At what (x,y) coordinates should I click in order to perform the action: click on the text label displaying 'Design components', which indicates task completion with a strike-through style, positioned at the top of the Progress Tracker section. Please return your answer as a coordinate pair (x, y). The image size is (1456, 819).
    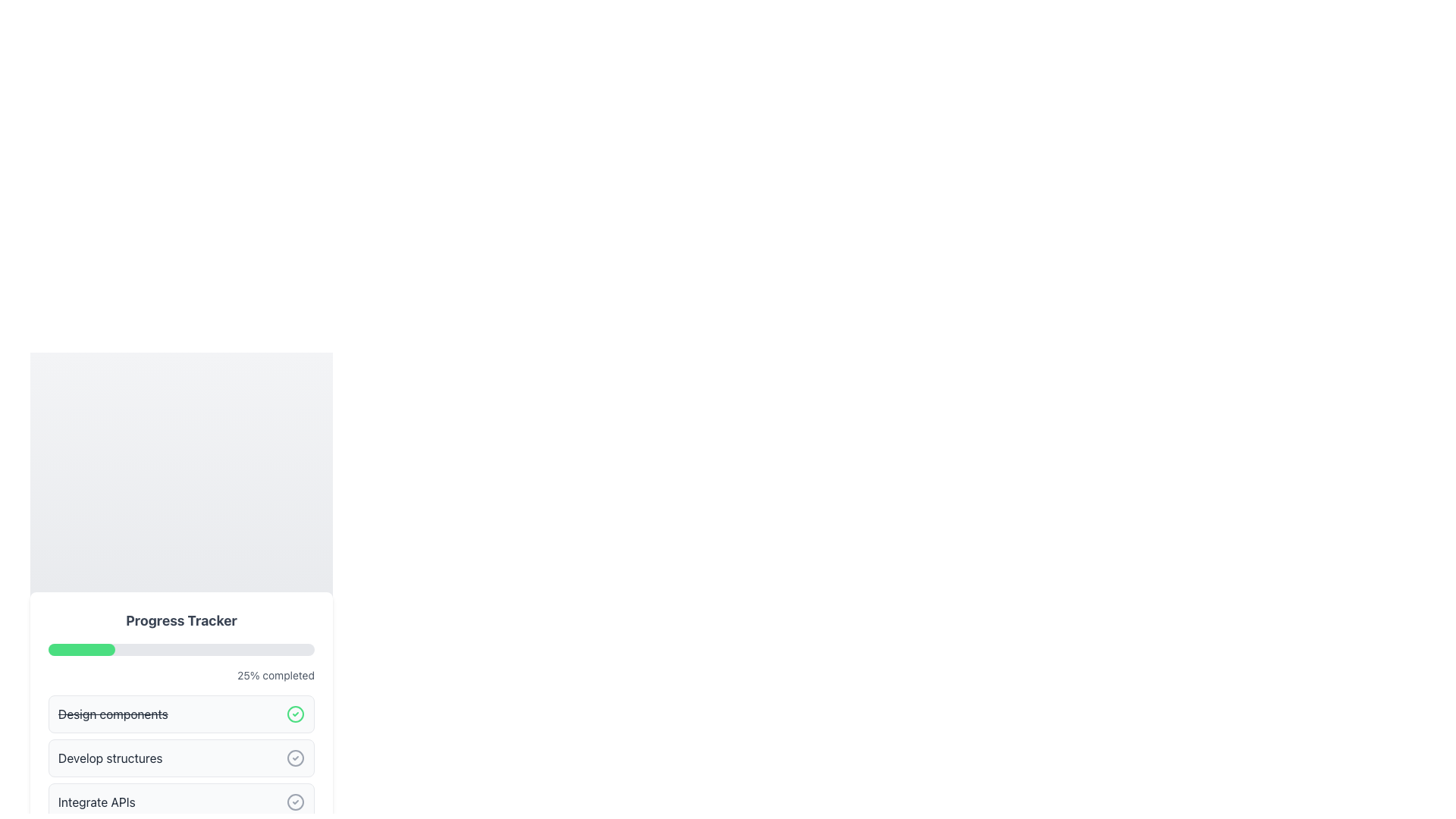
    Looking at the image, I should click on (112, 714).